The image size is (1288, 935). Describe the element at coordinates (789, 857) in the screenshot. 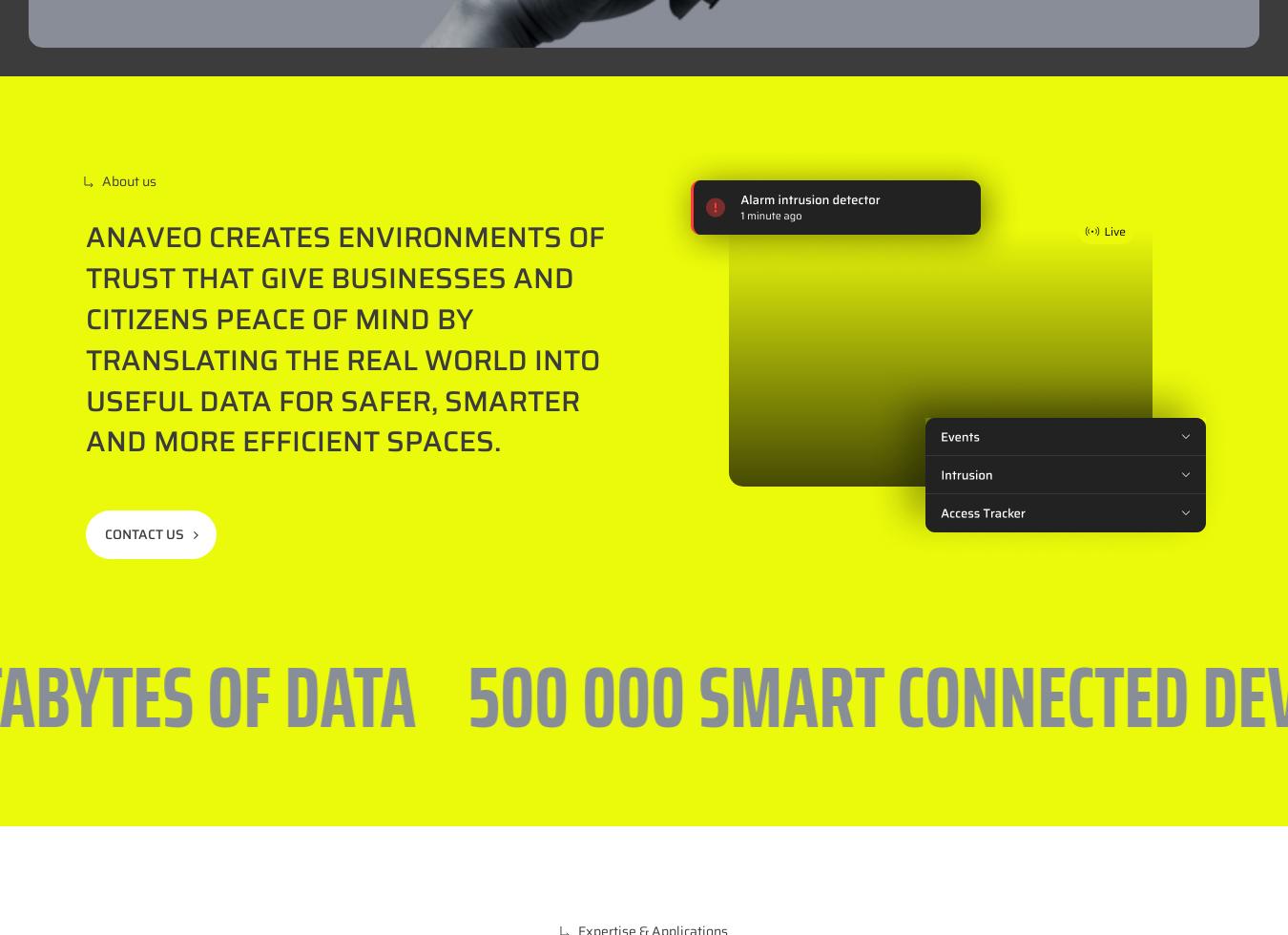

I see `'© Copyright Anaveo, 2023'` at that location.